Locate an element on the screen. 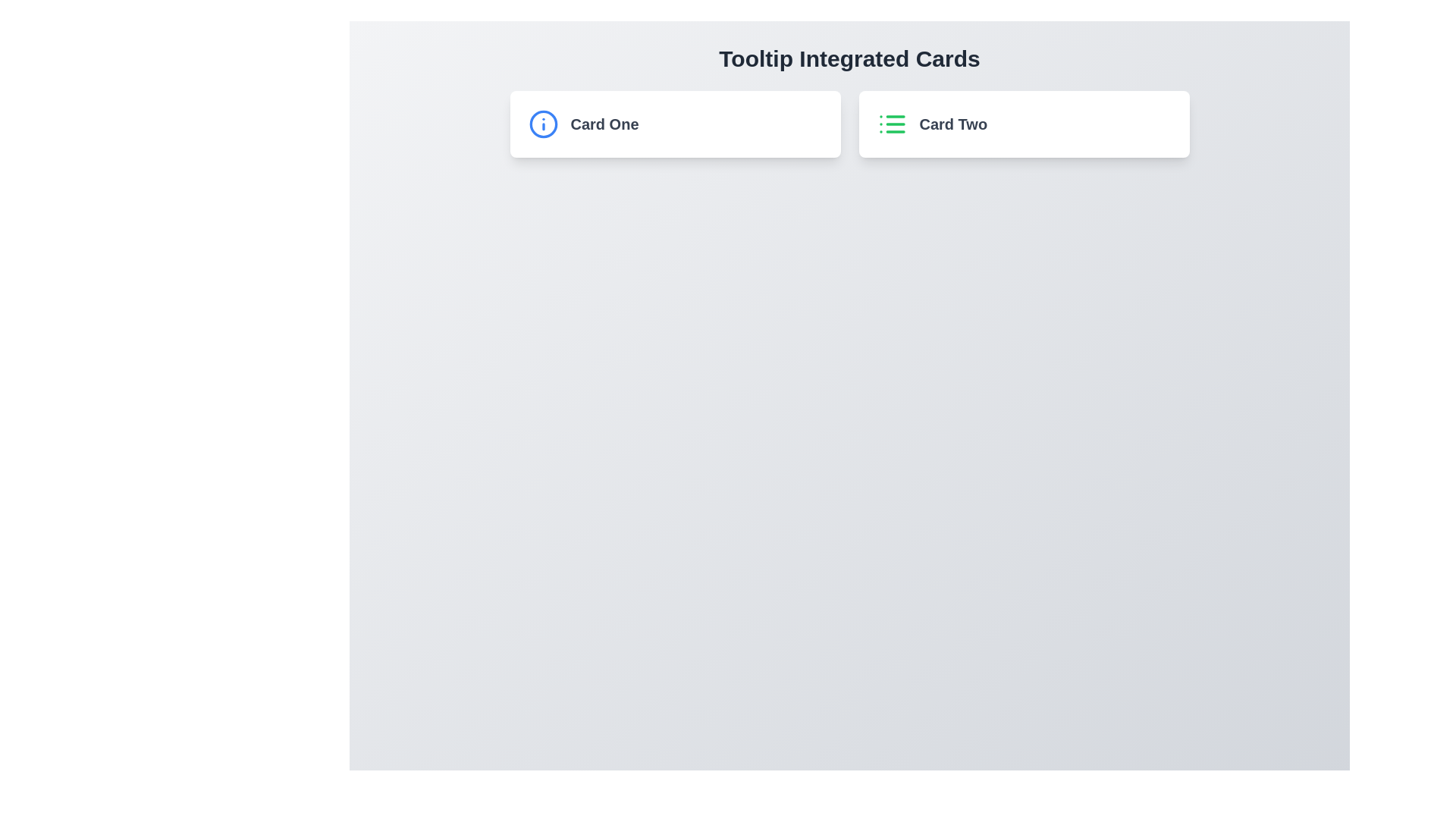  the 'Card Two' element, which is the second card in the horizontally aligned card section under 'Tooltip Integrated Cards' is located at coordinates (1024, 124).